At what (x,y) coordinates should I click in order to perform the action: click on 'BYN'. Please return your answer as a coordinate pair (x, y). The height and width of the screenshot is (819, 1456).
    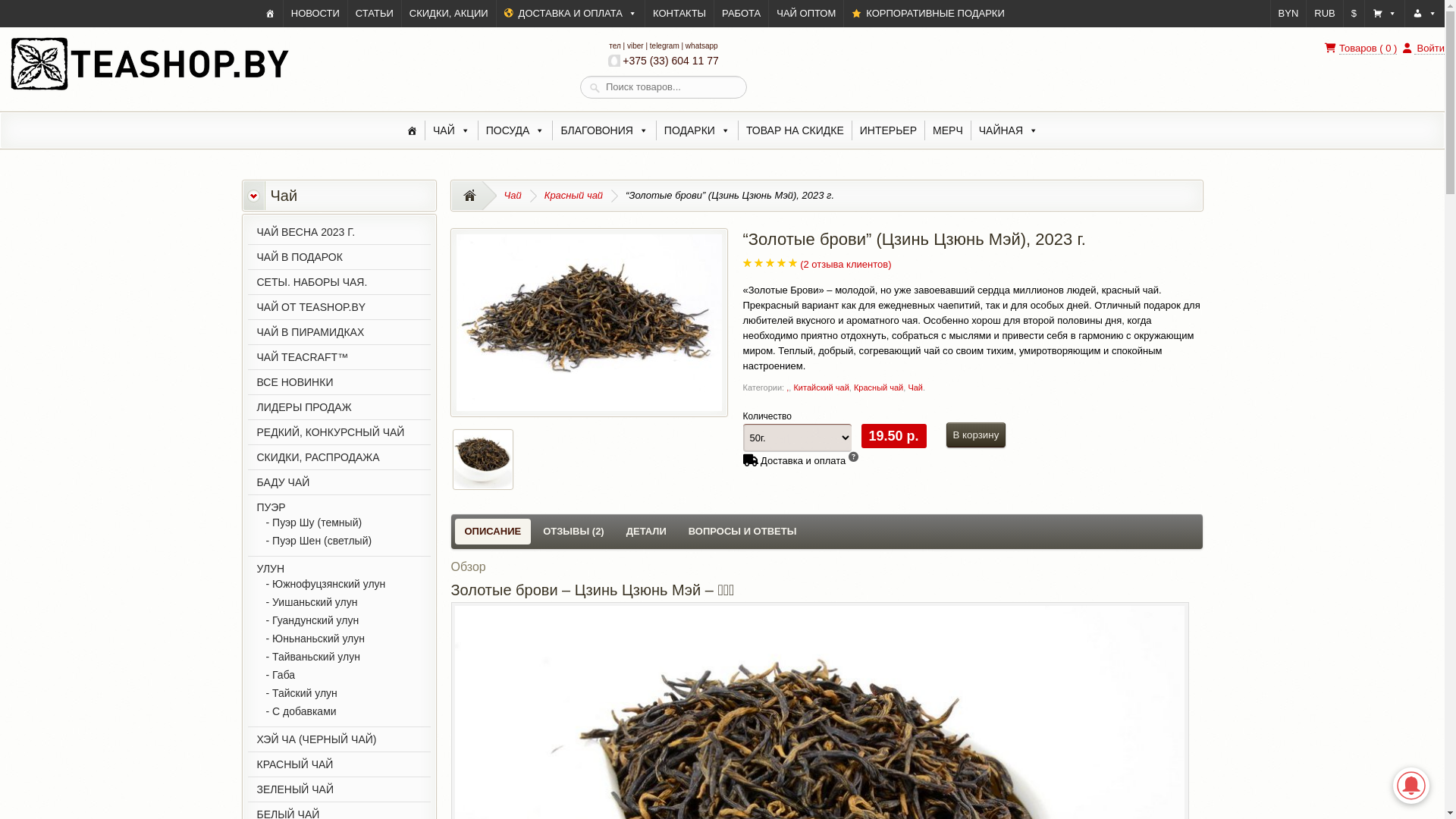
    Looking at the image, I should click on (1288, 14).